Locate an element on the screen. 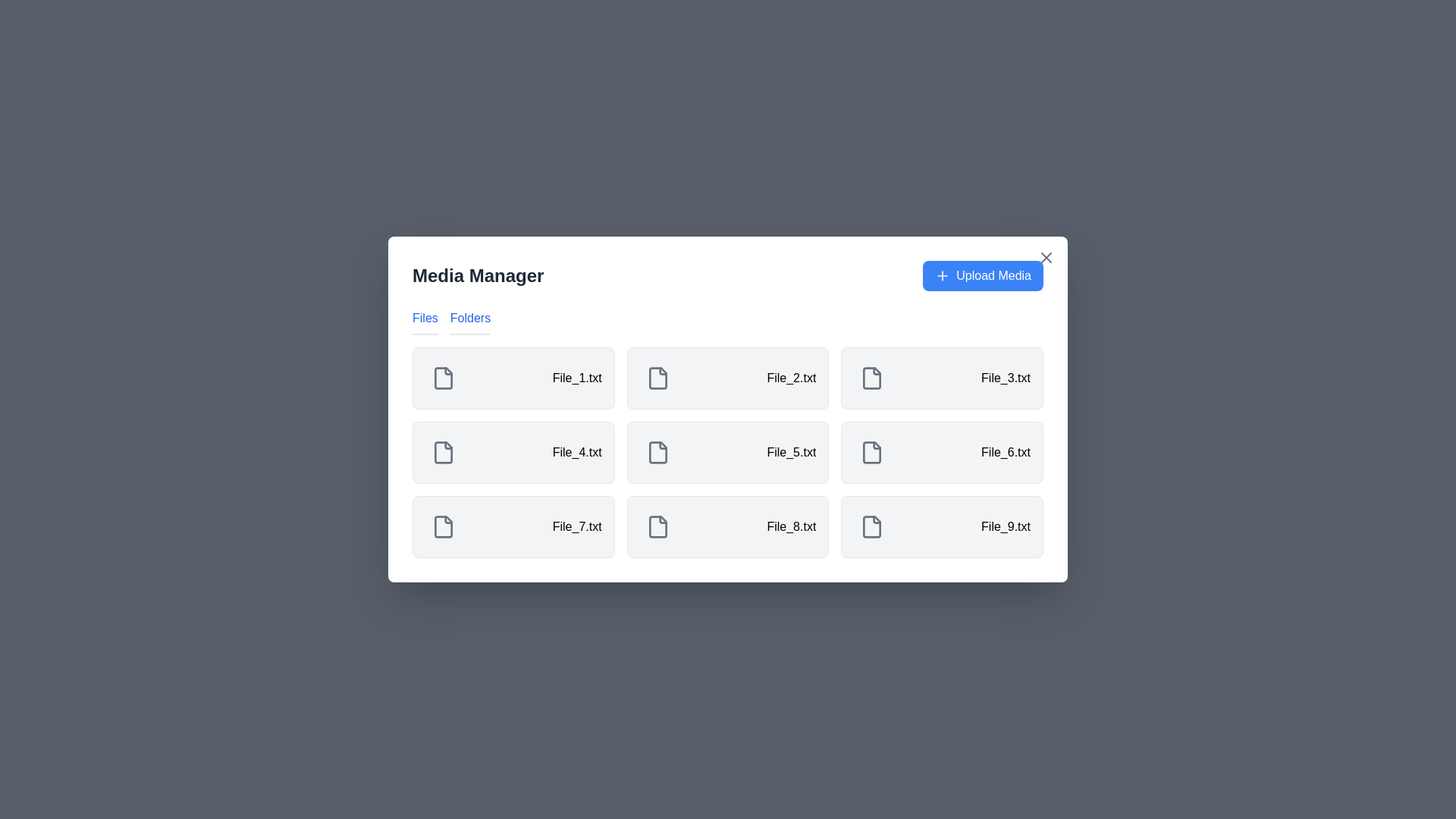  the close button represented by an SVG graphic located at the top-right corner of the interface, near the 'Upload Media' button, to potentially reveal a tooltip is located at coordinates (1046, 256).